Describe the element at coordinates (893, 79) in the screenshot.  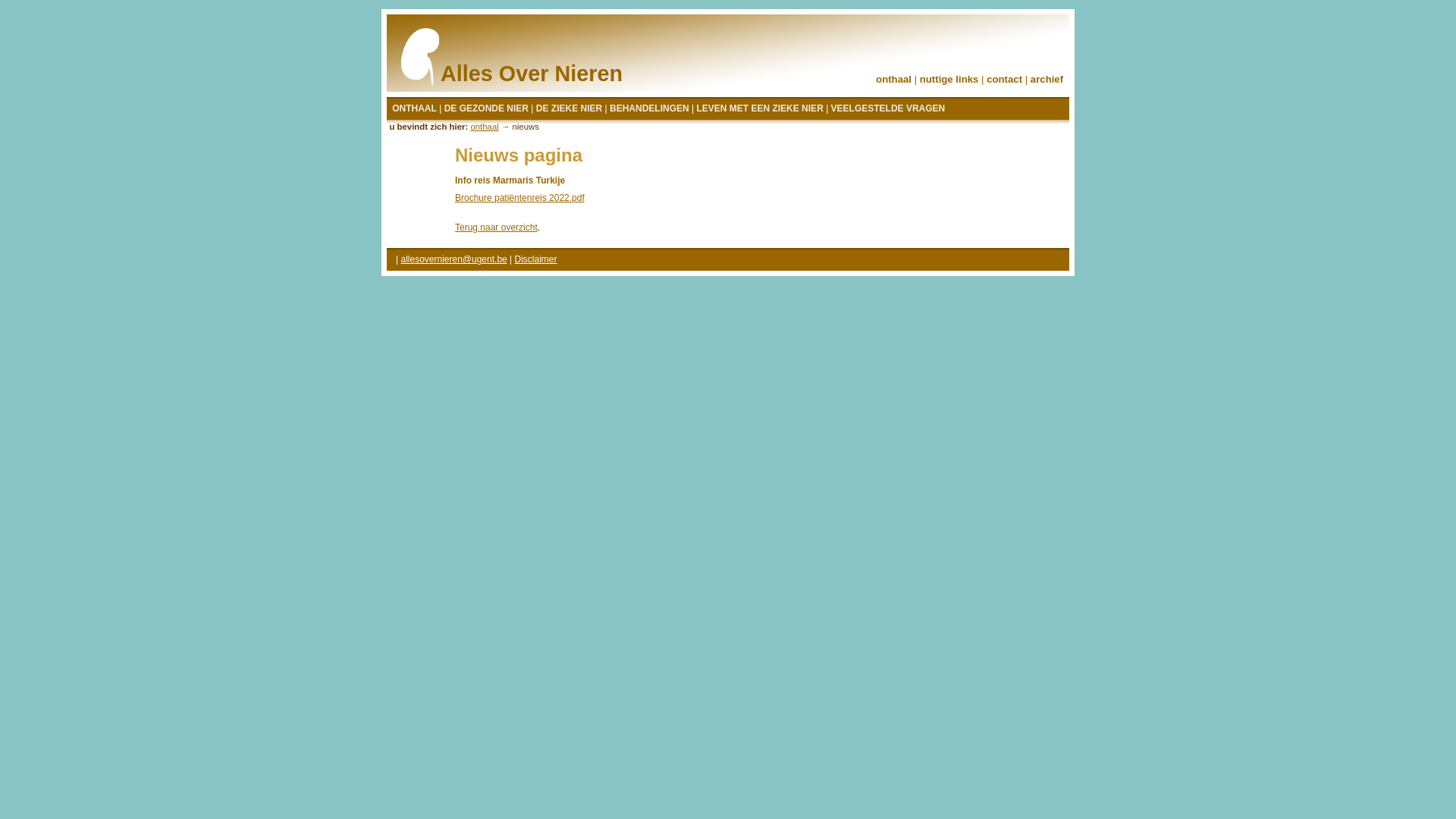
I see `'onthaal'` at that location.